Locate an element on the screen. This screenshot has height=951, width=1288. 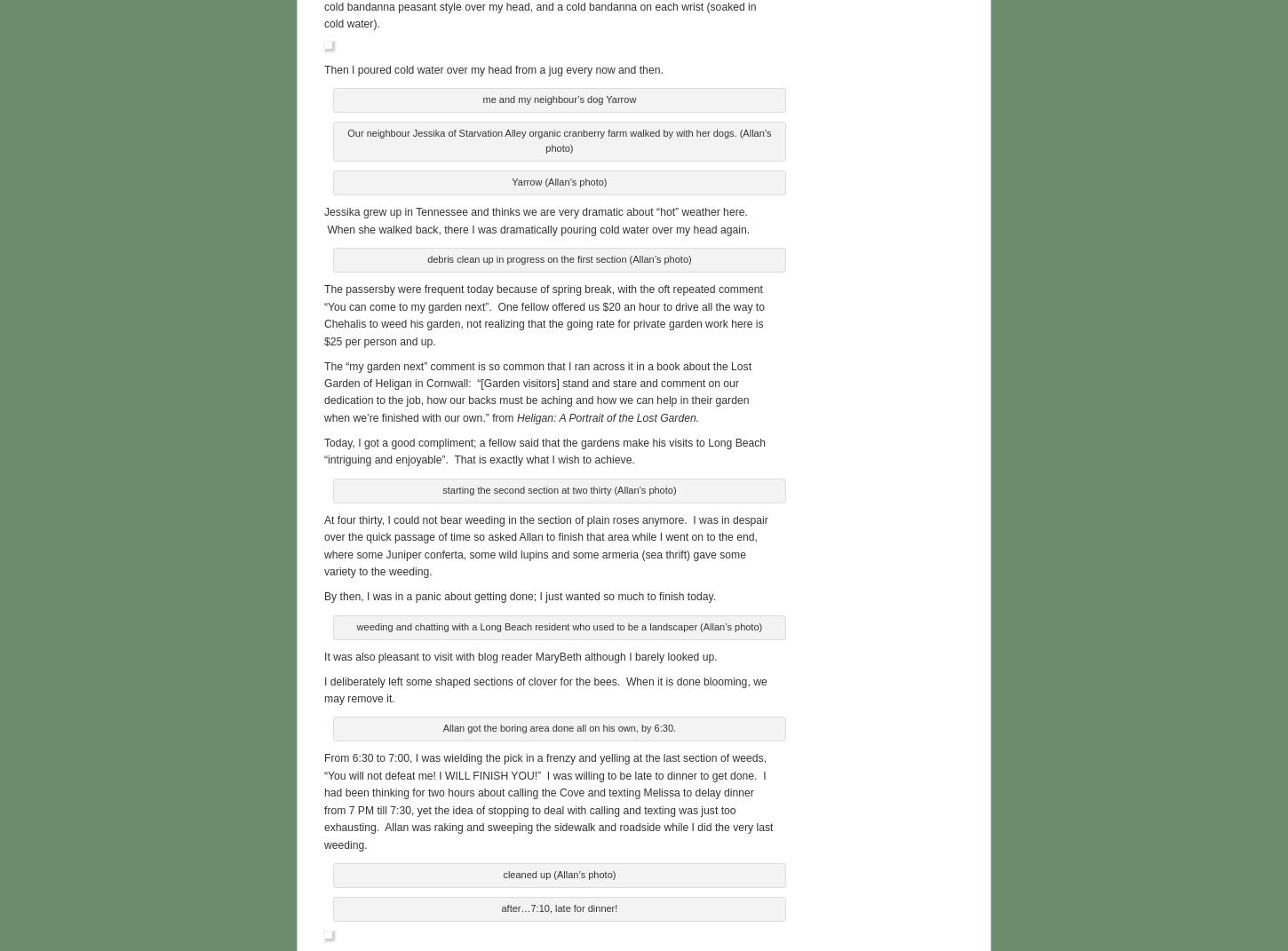
'Heligan: A Portrait of the Lost Garden.' is located at coordinates (516, 415).